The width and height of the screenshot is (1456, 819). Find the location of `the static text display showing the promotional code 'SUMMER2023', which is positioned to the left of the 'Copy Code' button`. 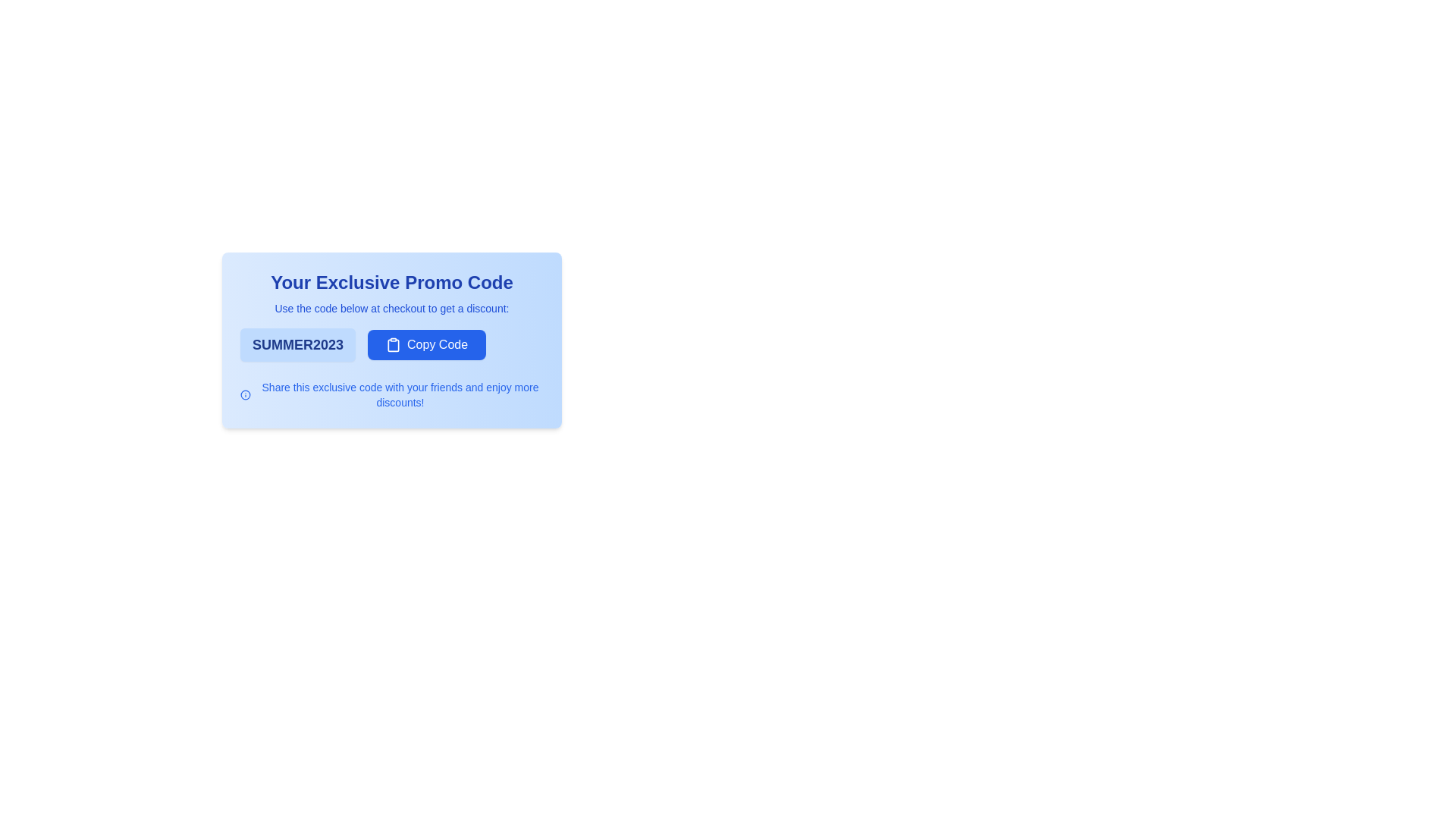

the static text display showing the promotional code 'SUMMER2023', which is positioned to the left of the 'Copy Code' button is located at coordinates (298, 345).